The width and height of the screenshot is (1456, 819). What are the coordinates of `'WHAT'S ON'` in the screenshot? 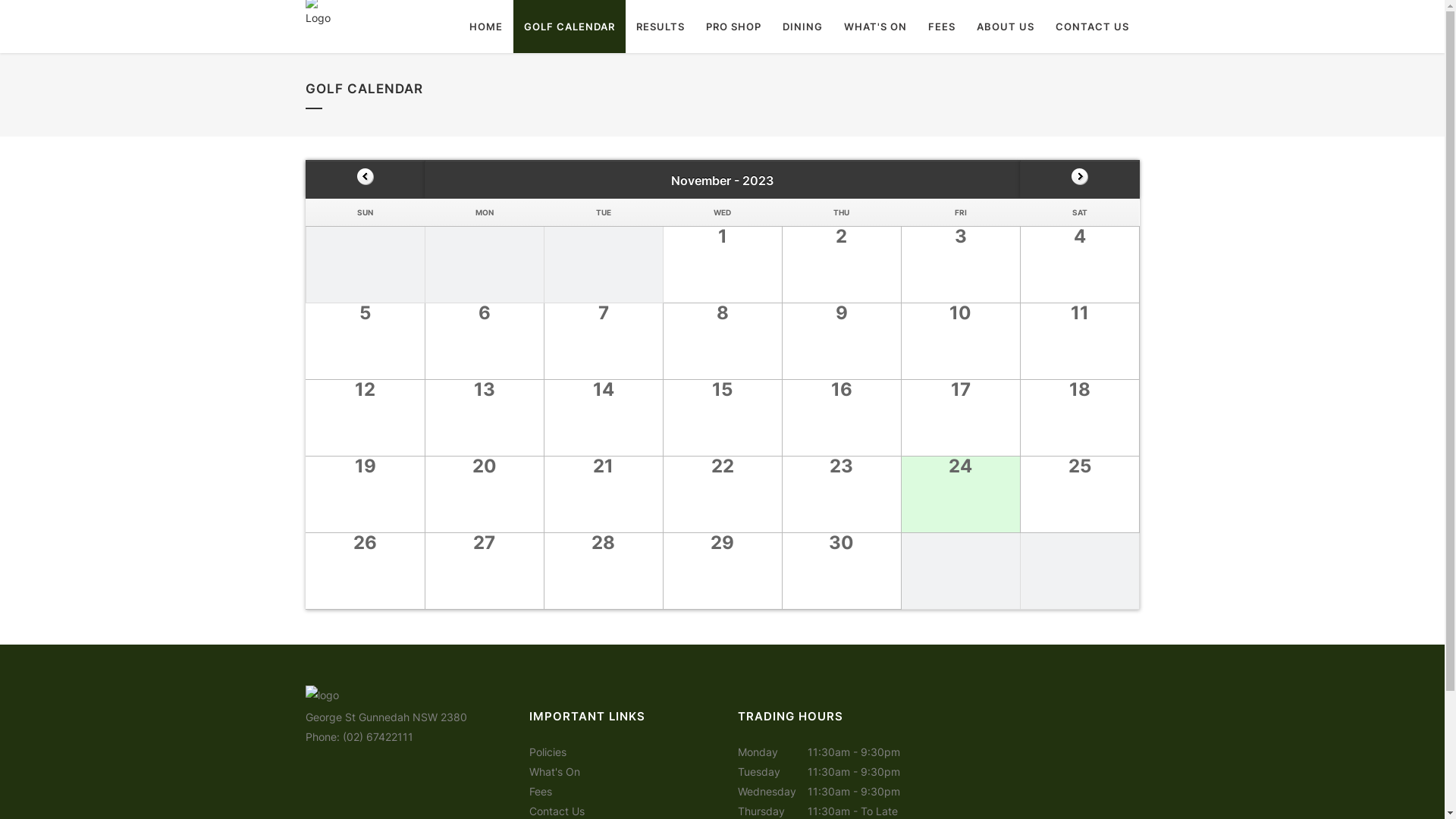 It's located at (874, 26).